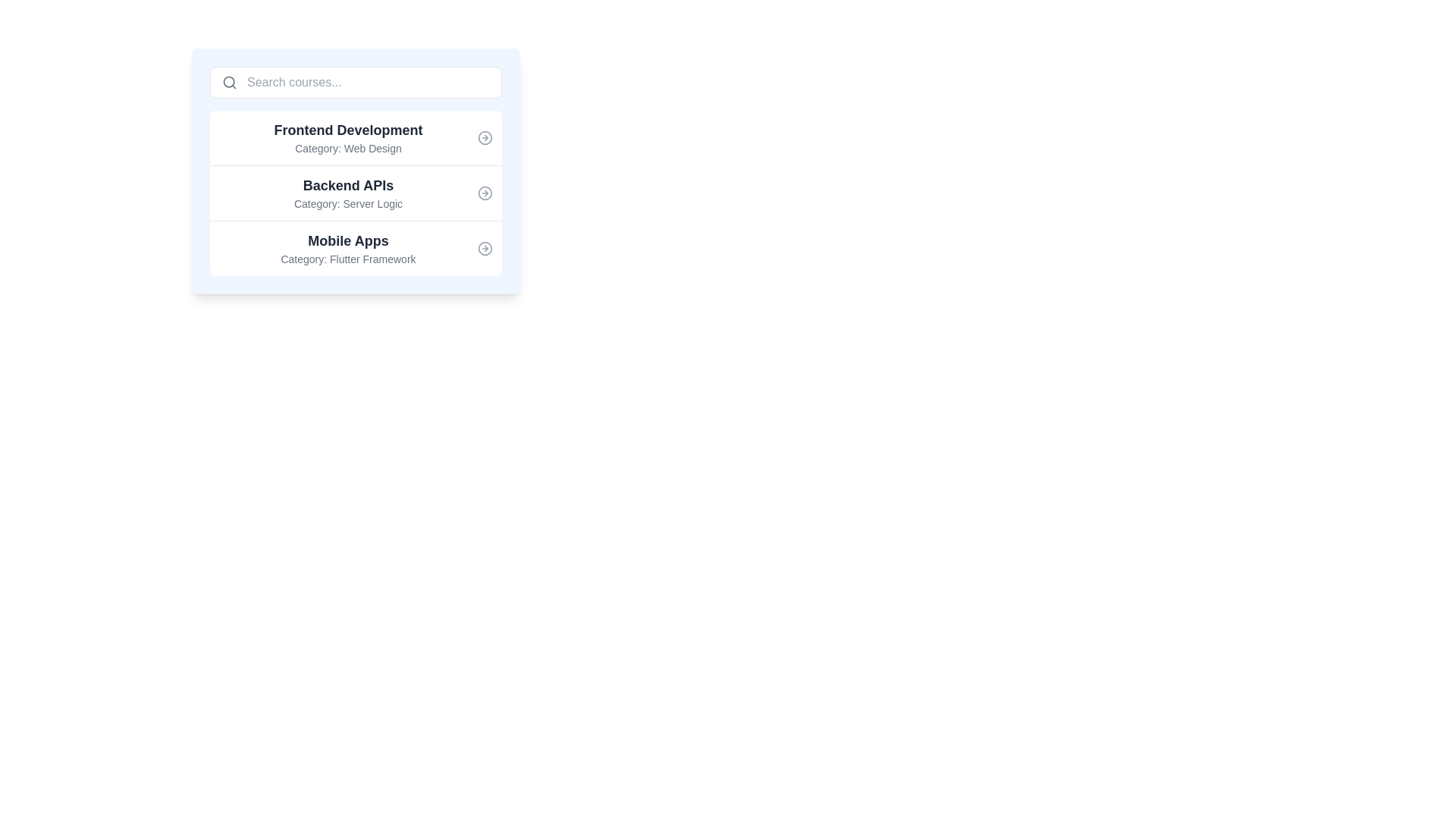 This screenshot has width=1456, height=819. I want to click on the SVG circle element that is part of the arrow icon located to the right of the 'Backend APIs' row in the list of categories, so click(484, 192).